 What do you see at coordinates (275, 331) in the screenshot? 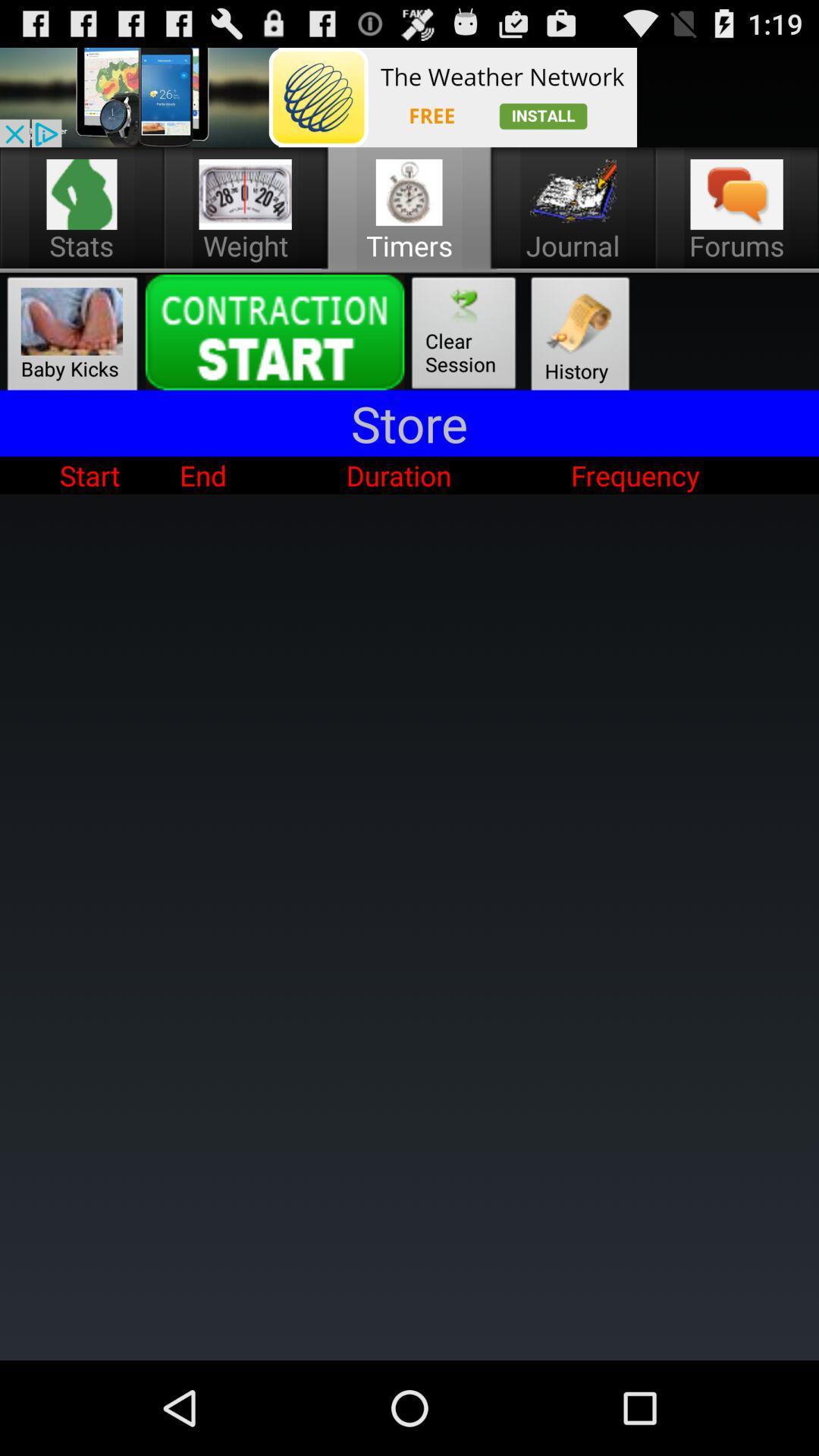
I see `start button` at bounding box center [275, 331].